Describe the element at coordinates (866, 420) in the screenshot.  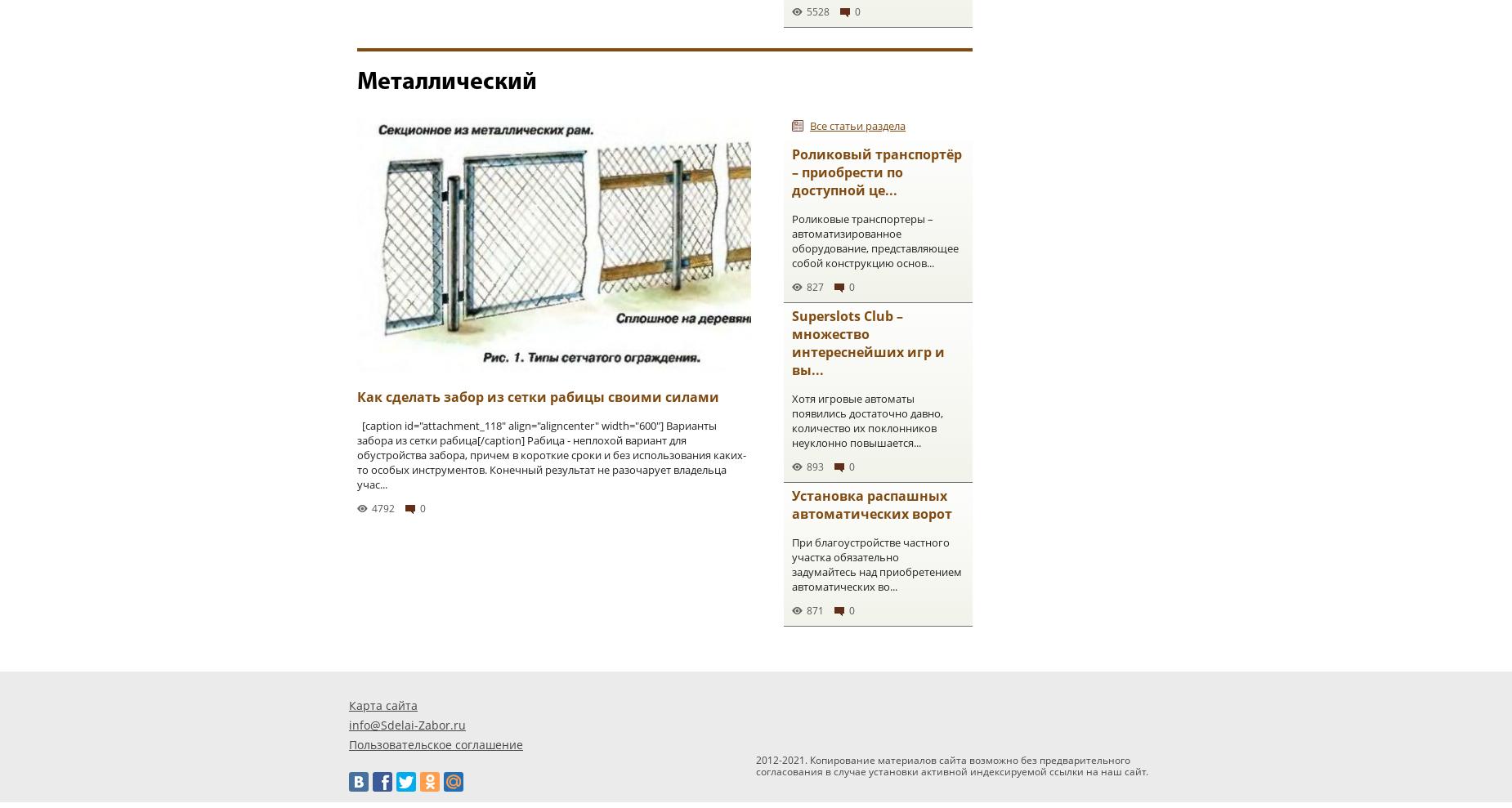
I see `'Хотя игровые автоматы появились достаточно давно, количество их поклонников неуклонно повышается...'` at that location.